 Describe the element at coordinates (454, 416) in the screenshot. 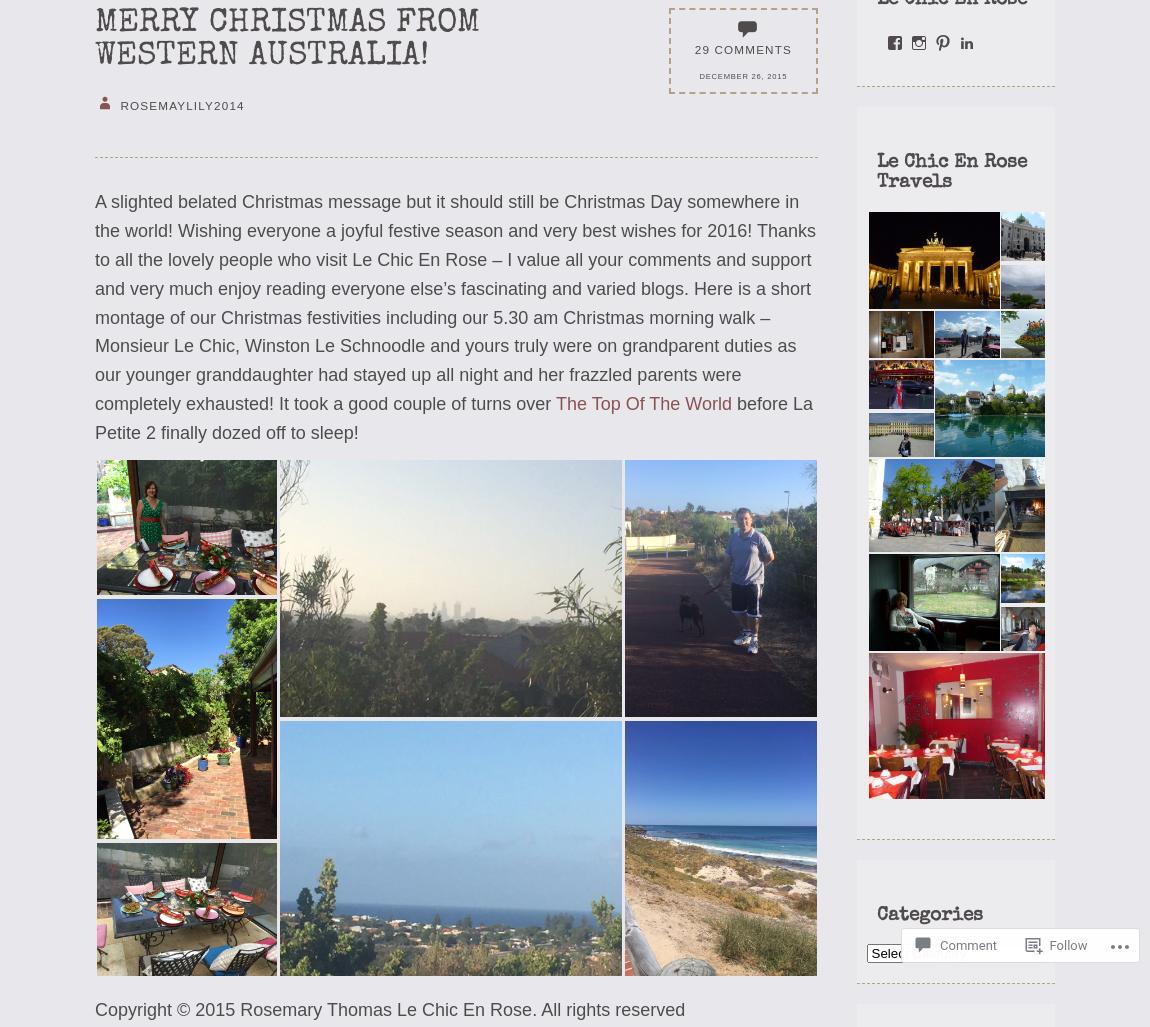

I see `'before La Petite 2 finally dozed off to sleep!'` at that location.